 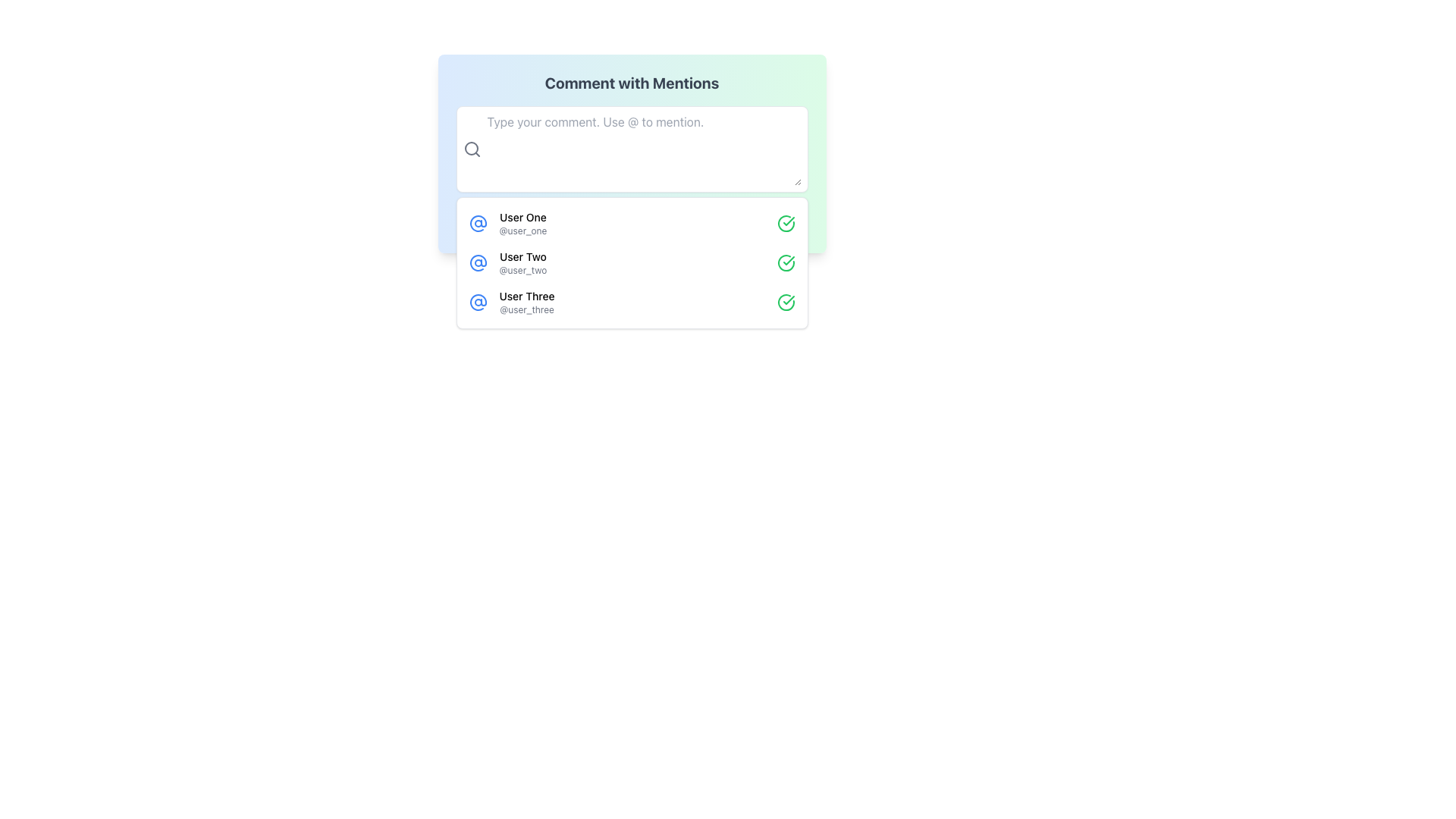 What do you see at coordinates (522, 256) in the screenshot?
I see `the user's display name text label, which is the second entry in the list of selectable items in the modal or dropdown` at bounding box center [522, 256].